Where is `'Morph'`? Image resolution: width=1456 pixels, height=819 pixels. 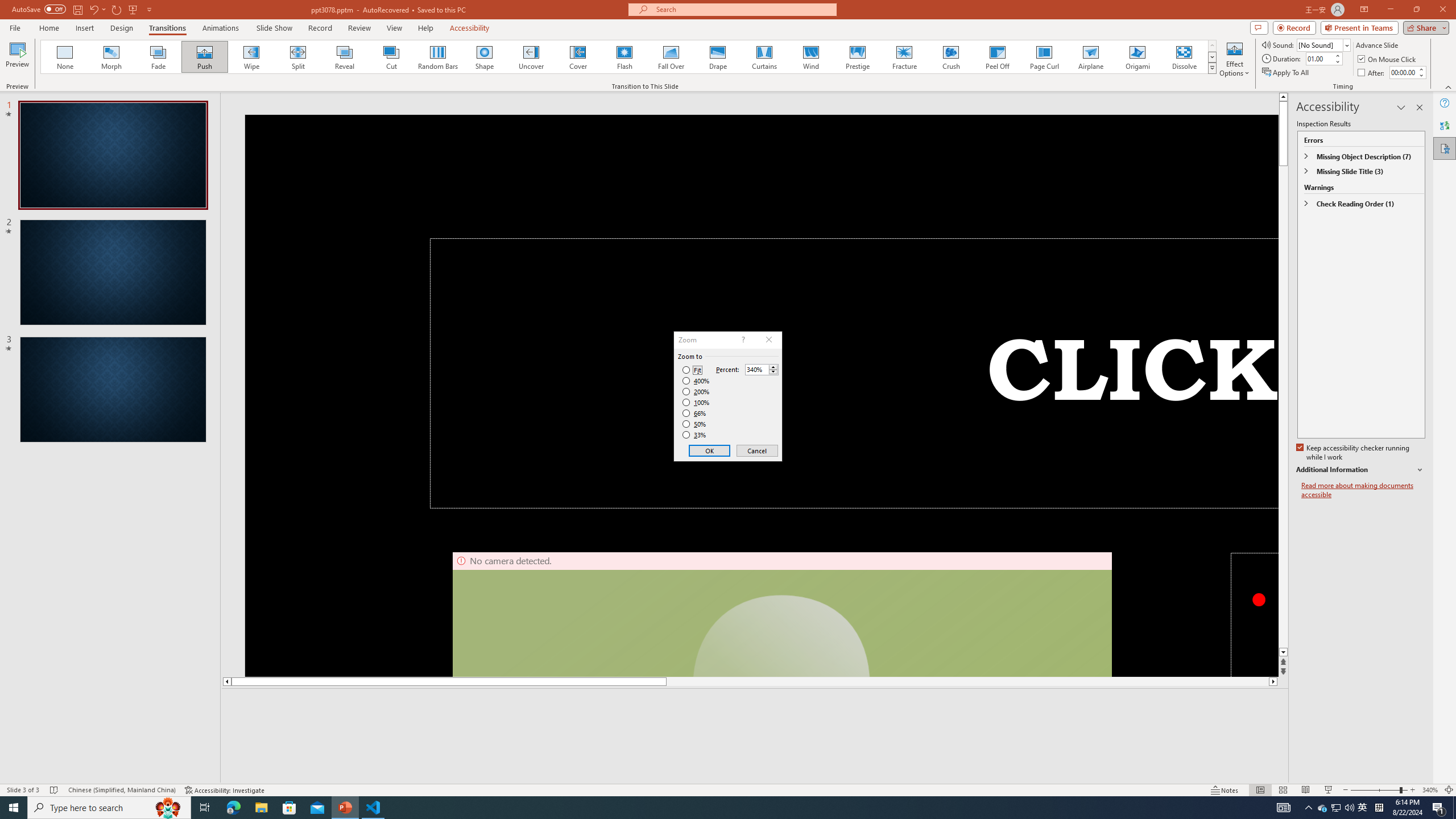
'Morph' is located at coordinates (111, 56).